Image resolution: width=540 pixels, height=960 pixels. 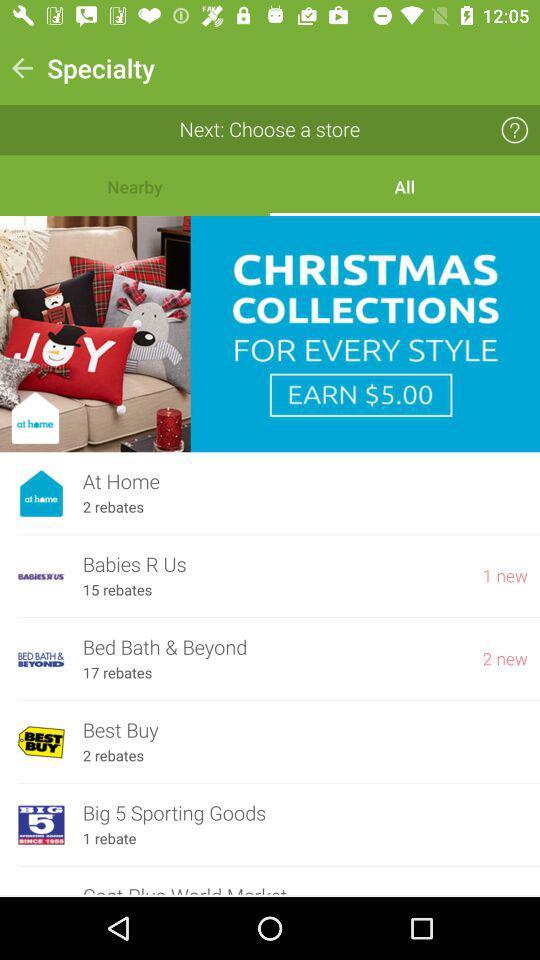 I want to click on the item next to the specialty, so click(x=21, y=68).